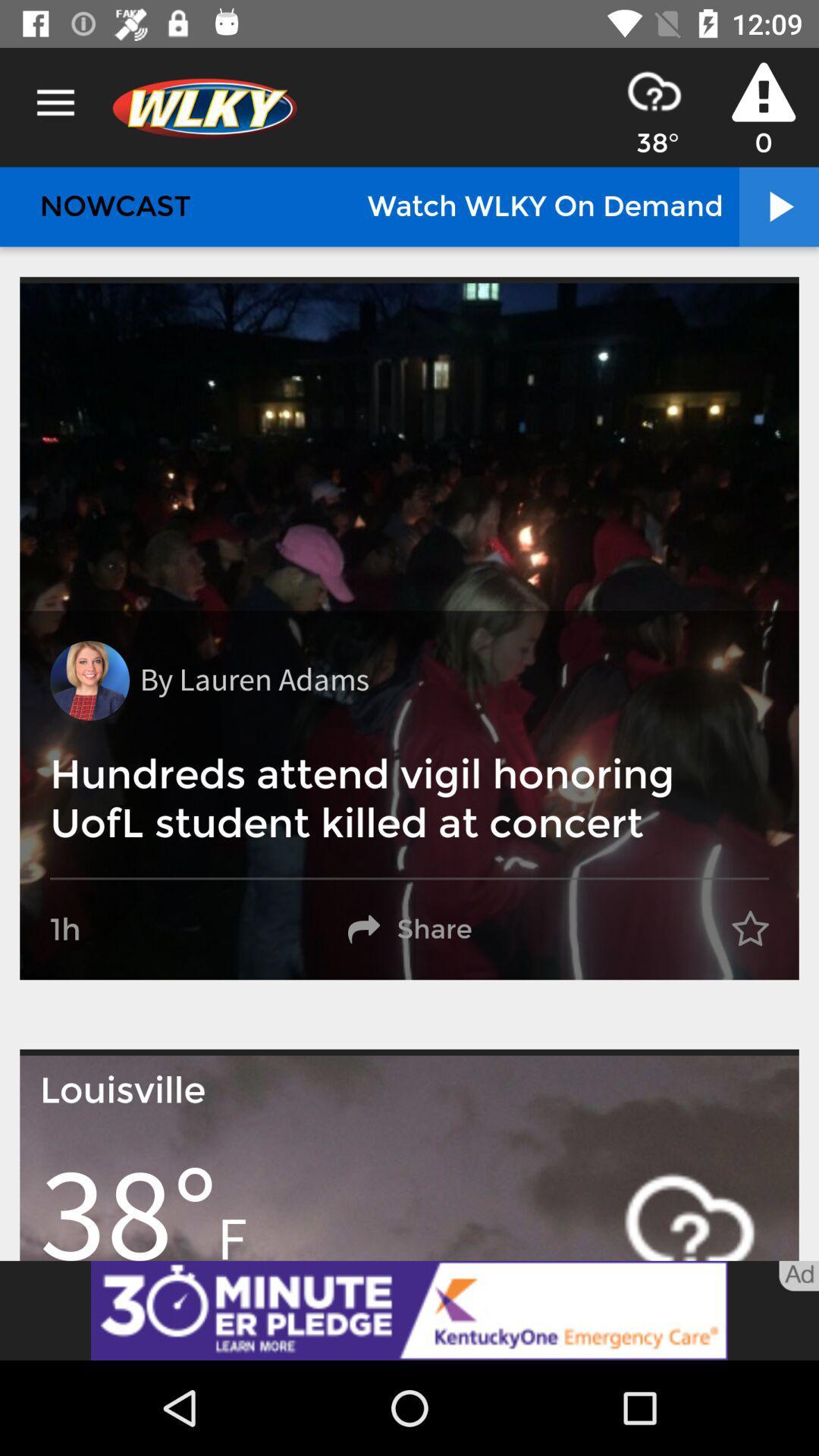 Image resolution: width=819 pixels, height=1456 pixels. What do you see at coordinates (751, 928) in the screenshot?
I see `the star mark right to share` at bounding box center [751, 928].